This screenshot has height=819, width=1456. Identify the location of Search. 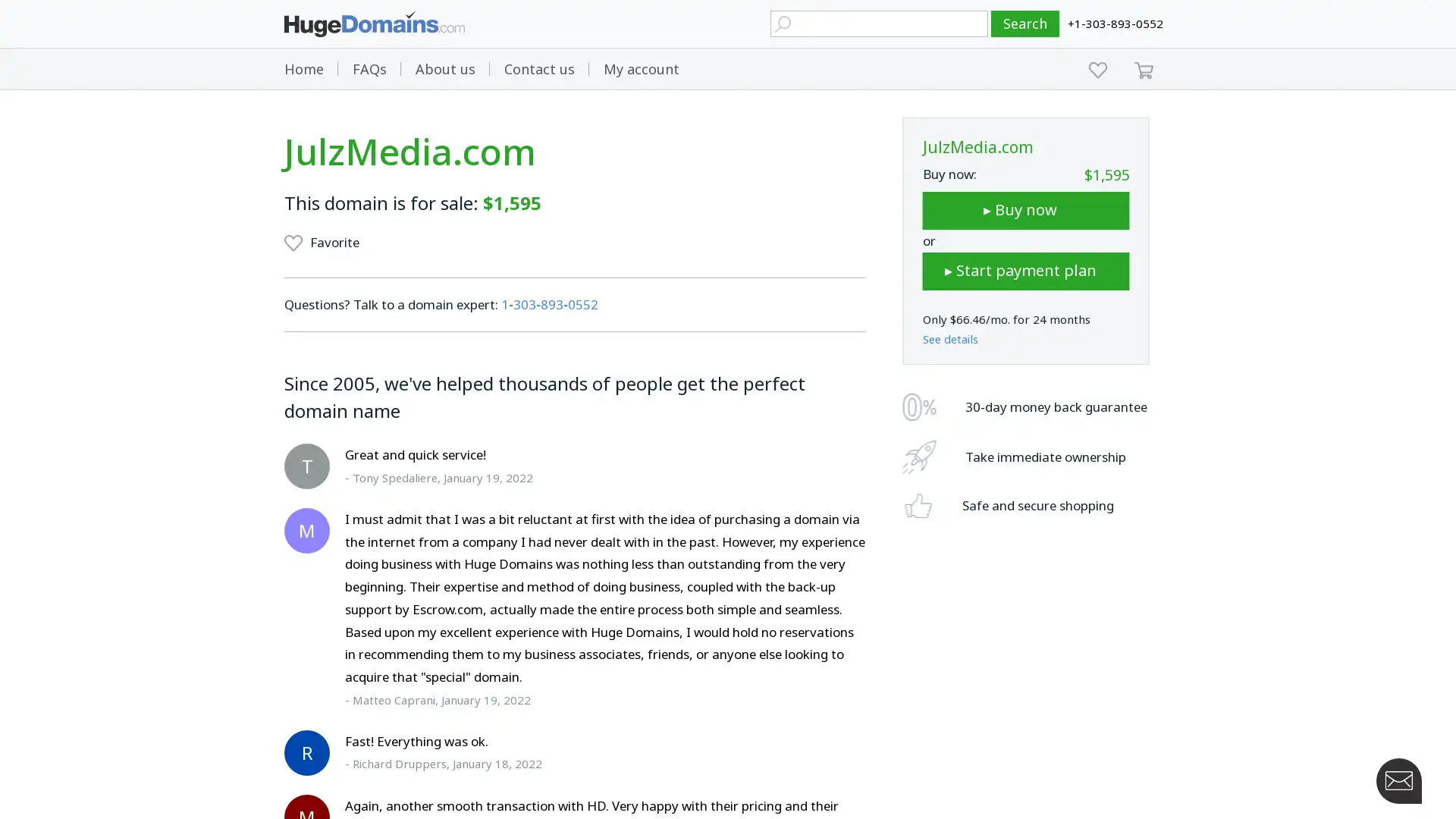
(1025, 24).